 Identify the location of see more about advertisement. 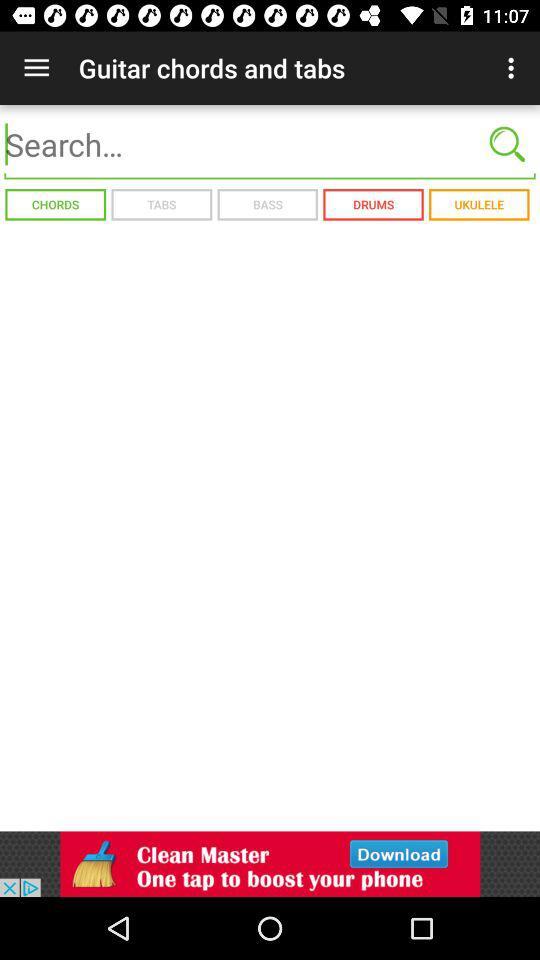
(270, 863).